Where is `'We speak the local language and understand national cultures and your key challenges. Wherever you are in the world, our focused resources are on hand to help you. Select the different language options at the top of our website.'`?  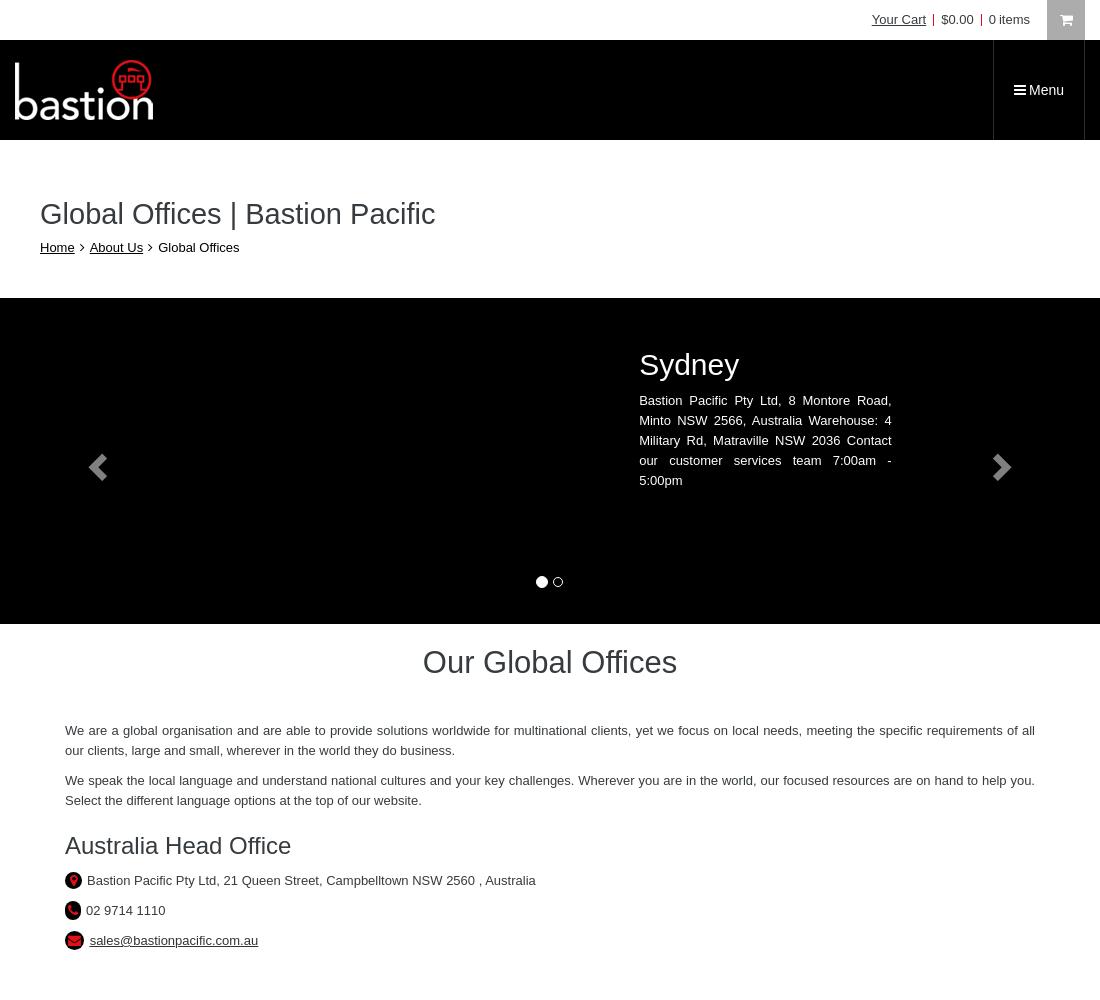
'We speak the local language and understand national cultures and your key challenges. Wherever you are in the world, our focused resources are on hand to help you. Select the different language options at the top of our website.' is located at coordinates (64, 790).